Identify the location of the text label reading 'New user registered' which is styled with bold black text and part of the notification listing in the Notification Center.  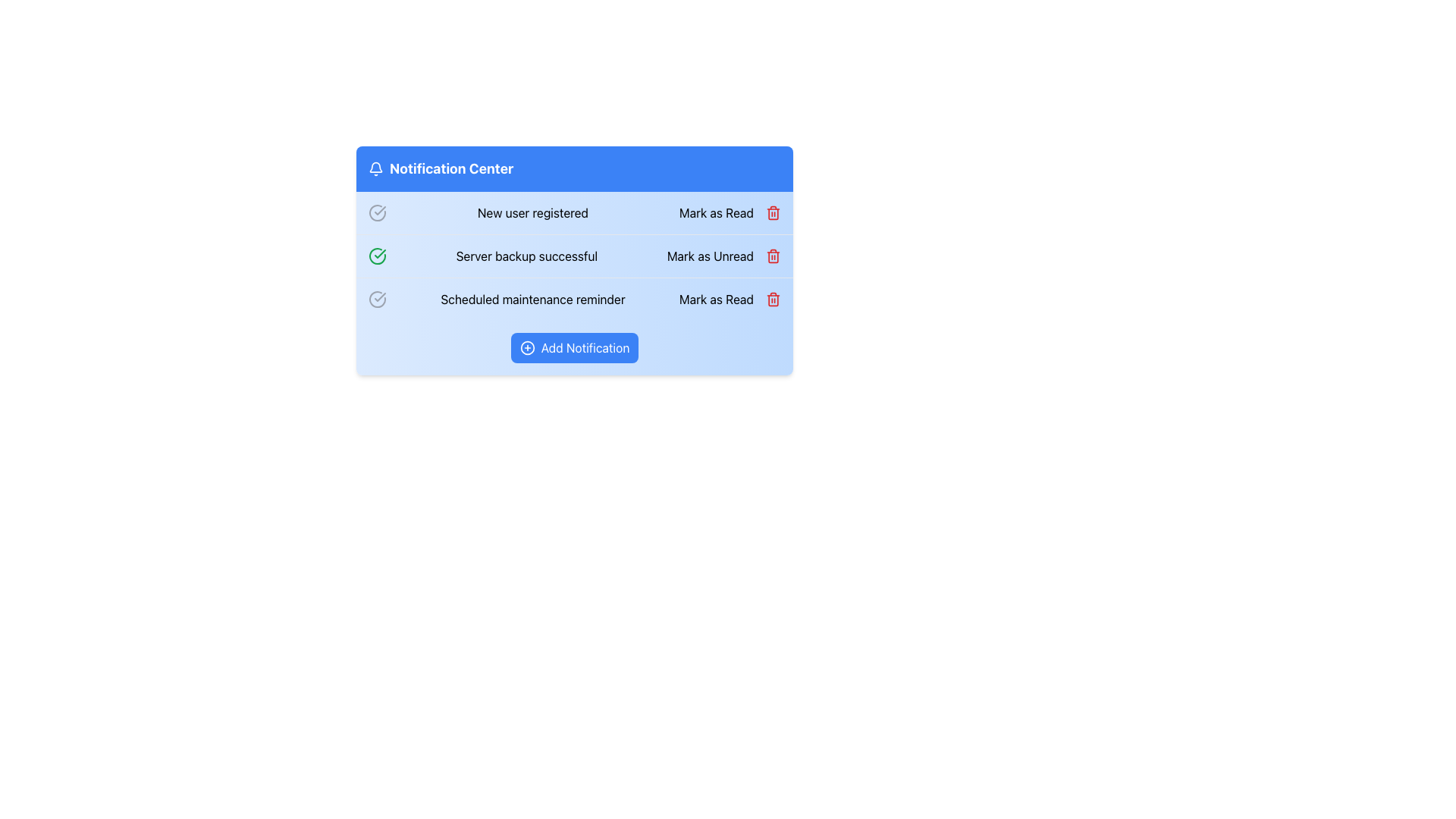
(532, 213).